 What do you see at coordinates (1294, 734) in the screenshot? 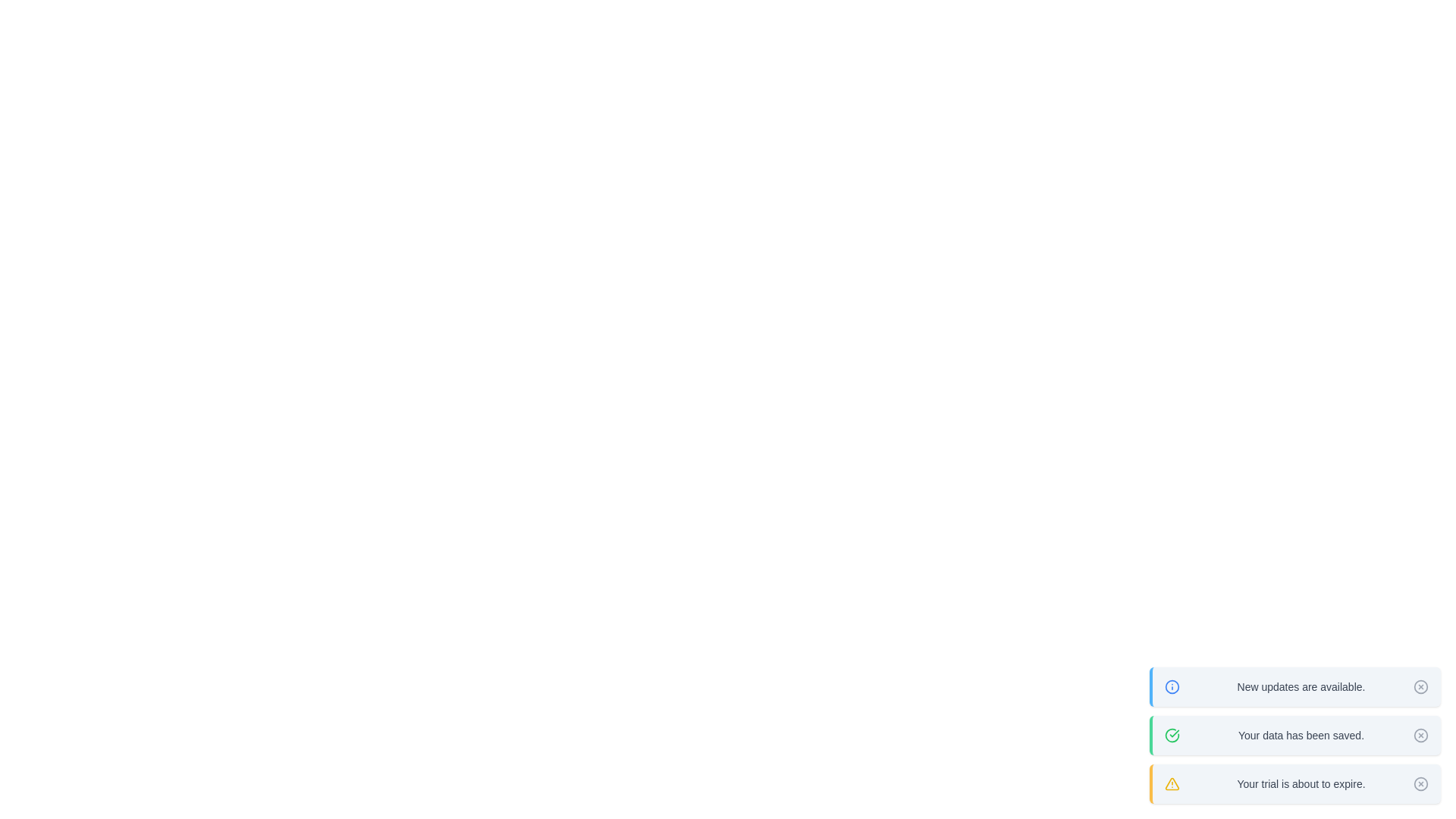
I see `the close icon on the second notification in the stack, which informs the user that their data has been saved successfully` at bounding box center [1294, 734].